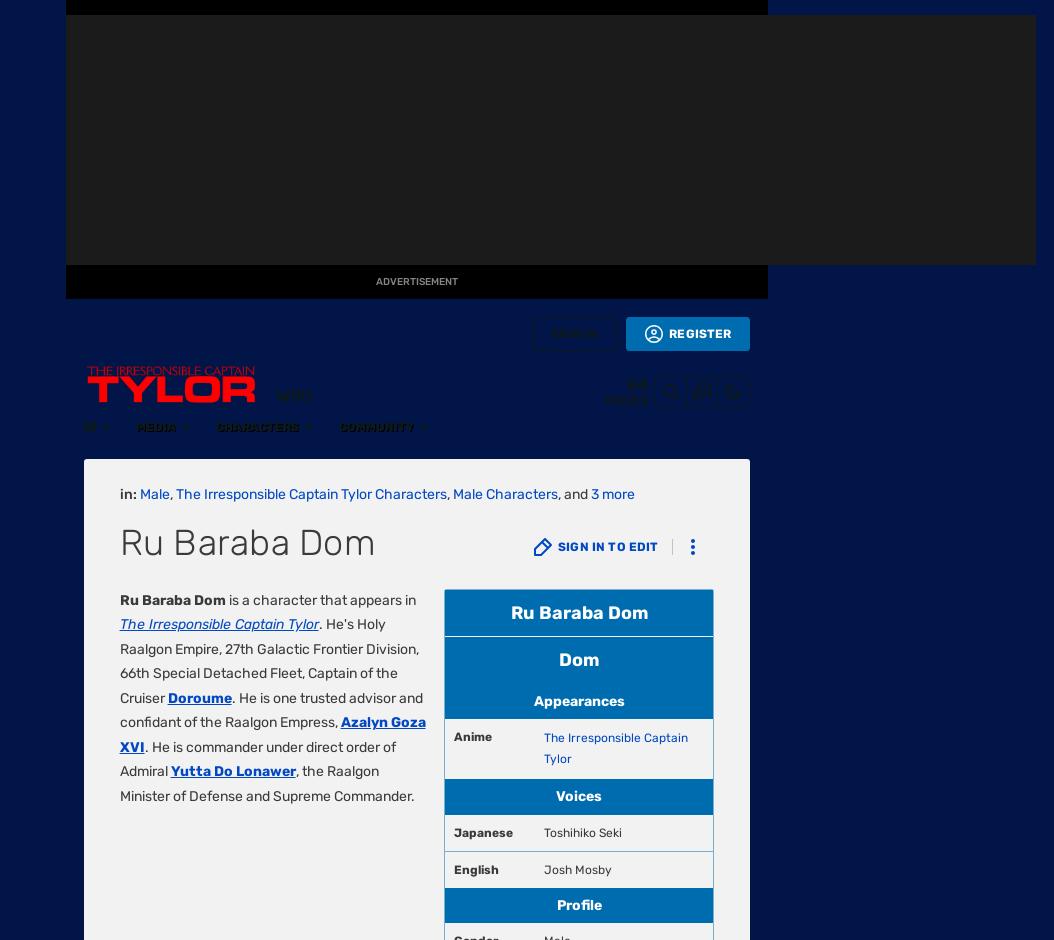 The width and height of the screenshot is (1054, 940). Describe the element at coordinates (32, 501) in the screenshot. I see `'TV'` at that location.